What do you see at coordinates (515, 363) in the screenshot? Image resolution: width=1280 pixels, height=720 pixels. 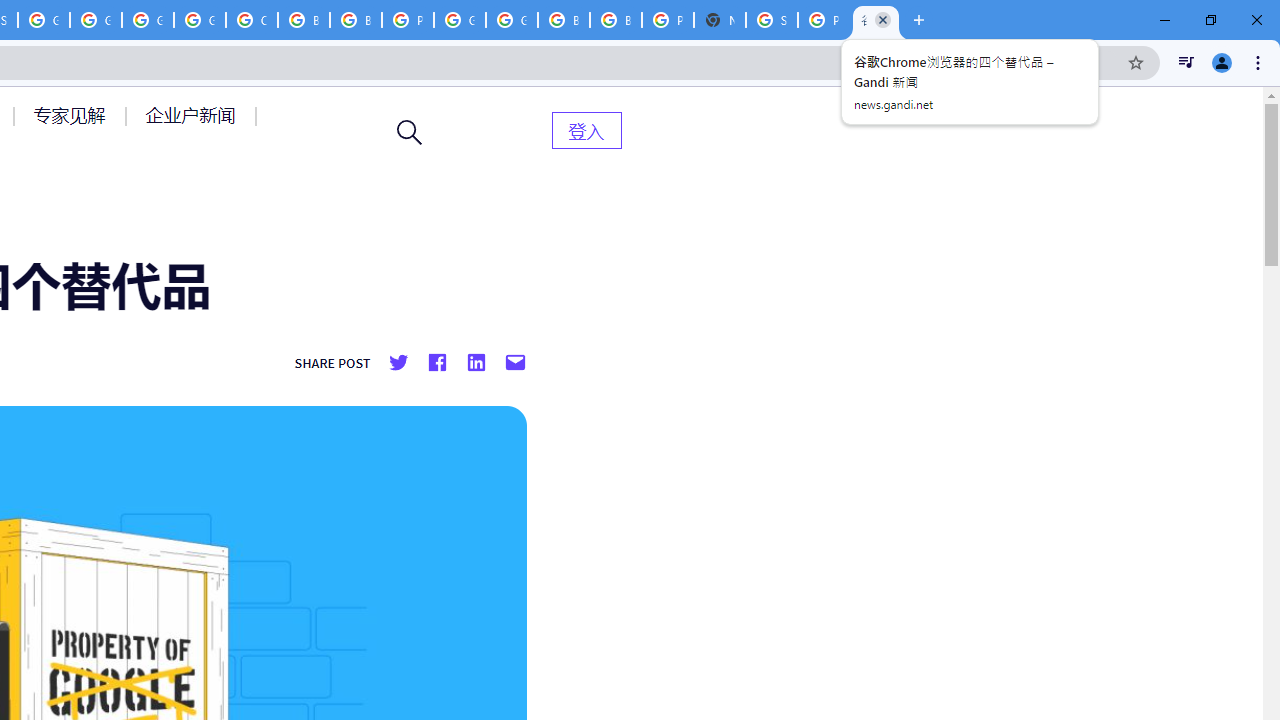 I see `'Share by mail'` at bounding box center [515, 363].